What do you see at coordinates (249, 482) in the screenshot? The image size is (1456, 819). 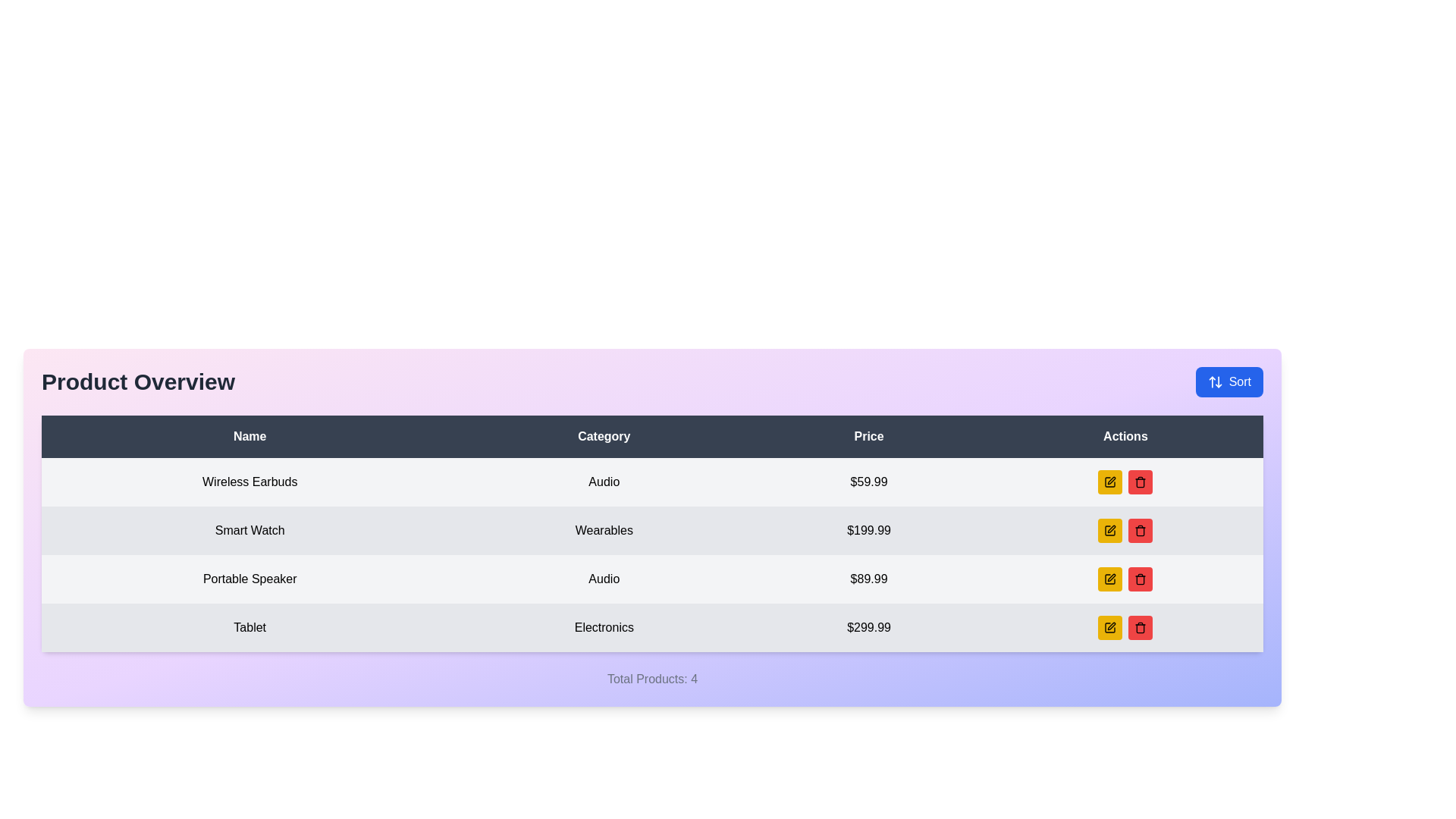 I see `the text element displaying 'Wireless Earbuds' located in the 'Name' column of the table` at bounding box center [249, 482].